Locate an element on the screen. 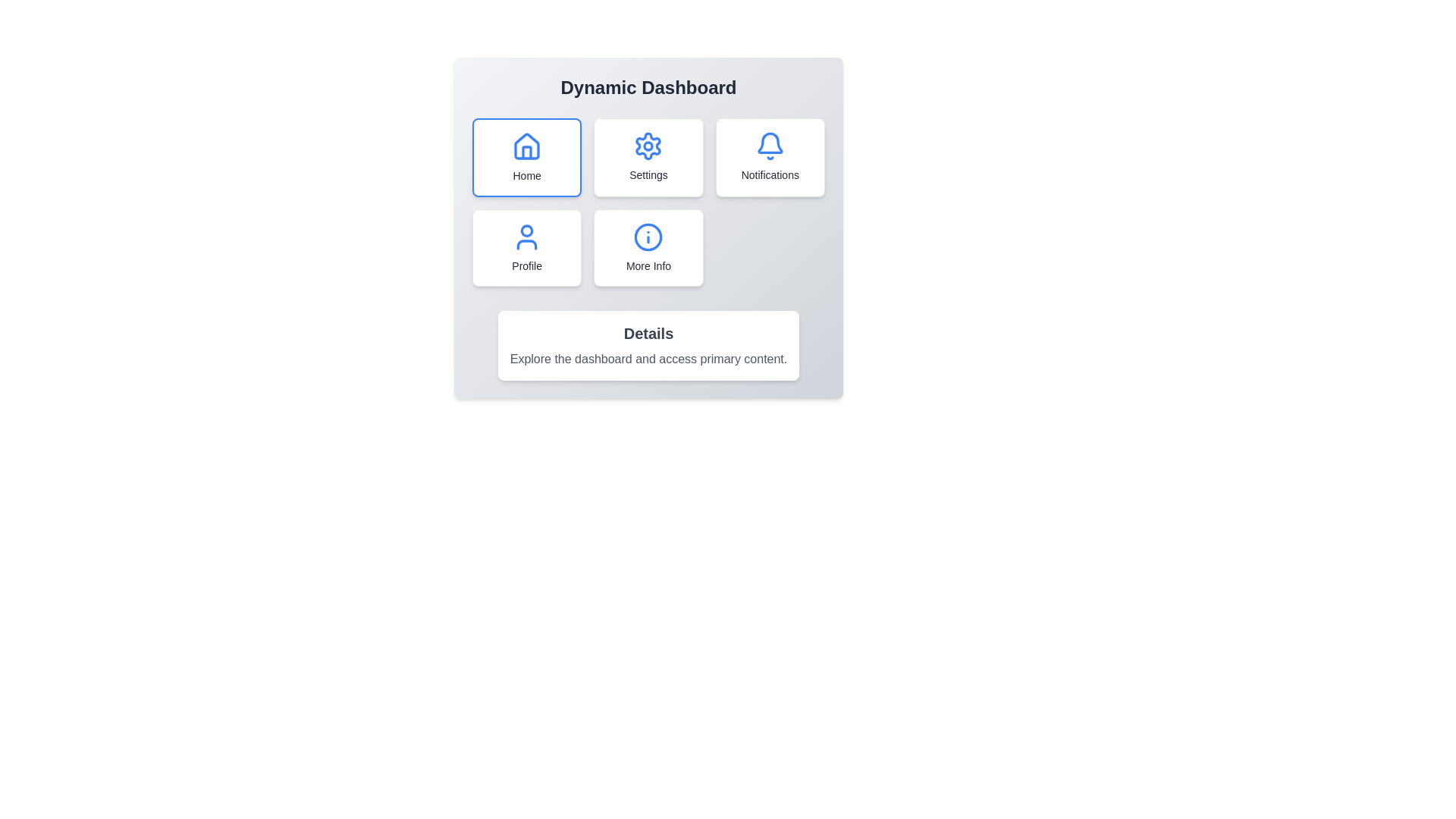 The width and height of the screenshot is (1456, 819). the 'Notifications' text label, which is styled with a gray color and located below the blue bell icon within the Notifications card in the top-right corner of the grid layout is located at coordinates (770, 174).